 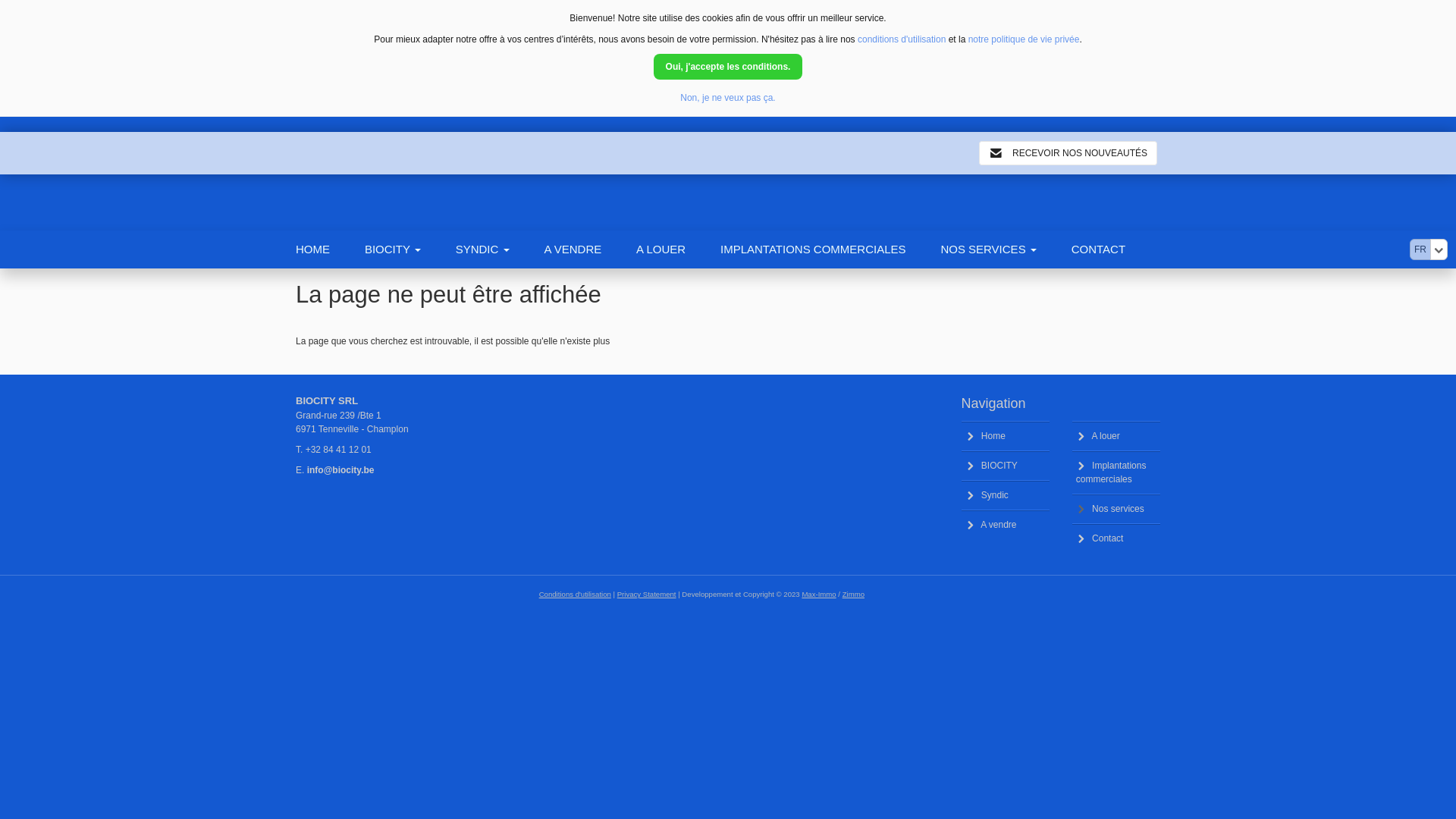 I want to click on 'A VENDRE', so click(x=588, y=248).